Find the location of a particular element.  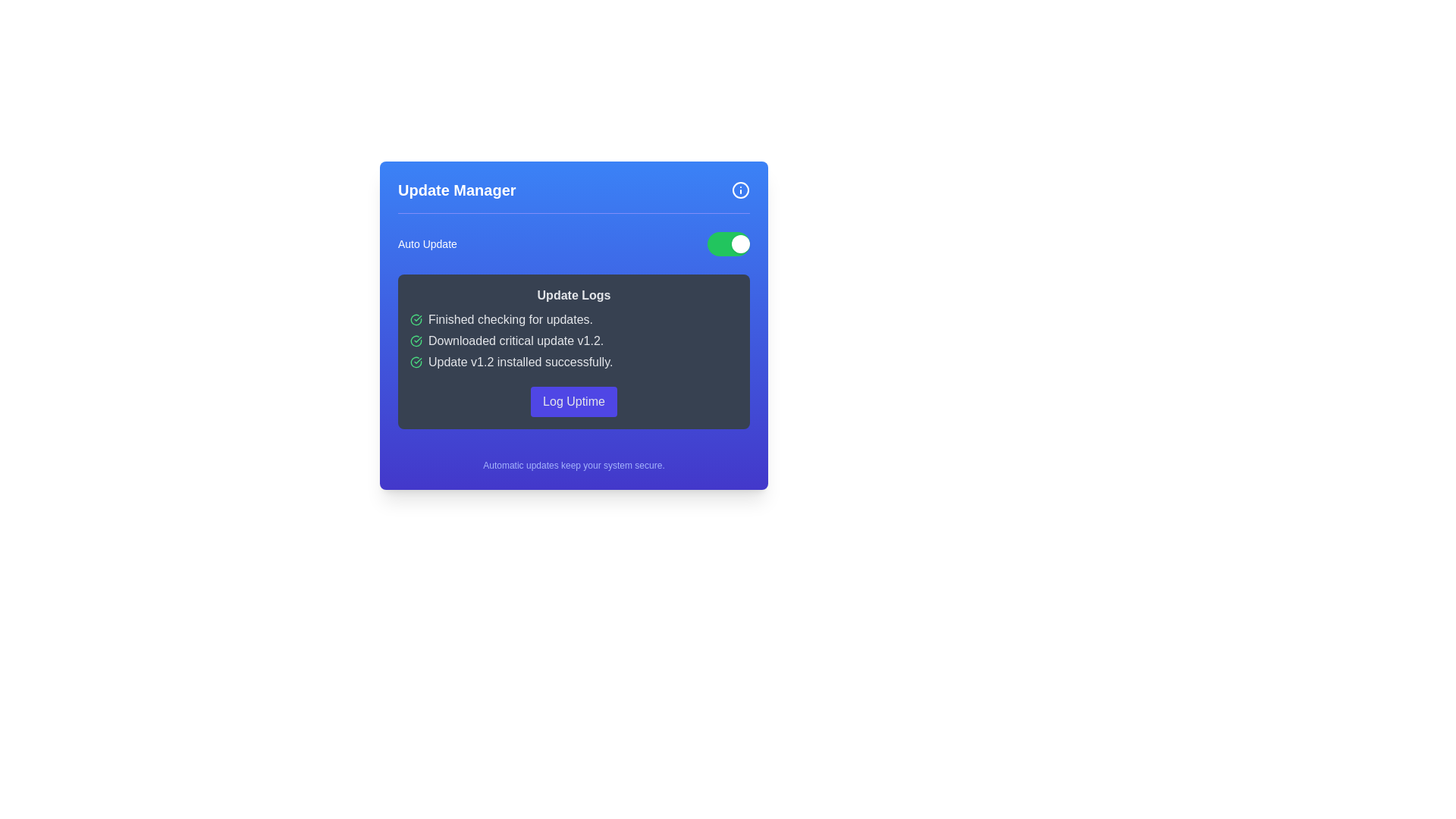

the success message icon located to the left of the text 'Update v1.2 installed successfully' within the update logs box is located at coordinates (416, 362).